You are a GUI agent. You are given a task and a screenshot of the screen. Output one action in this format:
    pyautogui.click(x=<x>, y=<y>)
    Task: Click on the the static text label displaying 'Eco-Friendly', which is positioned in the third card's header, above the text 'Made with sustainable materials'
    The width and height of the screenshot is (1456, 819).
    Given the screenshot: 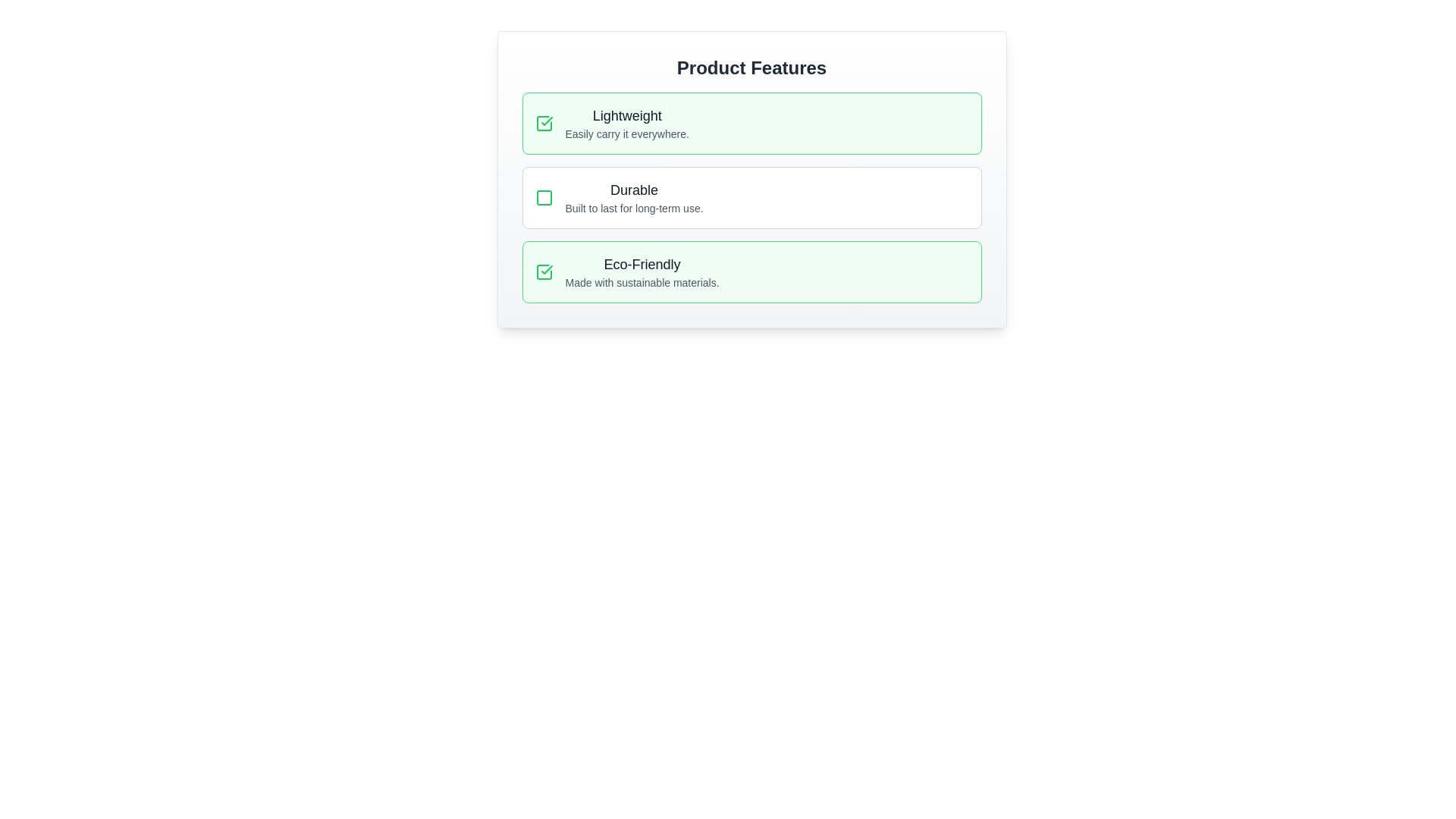 What is the action you would take?
    pyautogui.click(x=642, y=263)
    